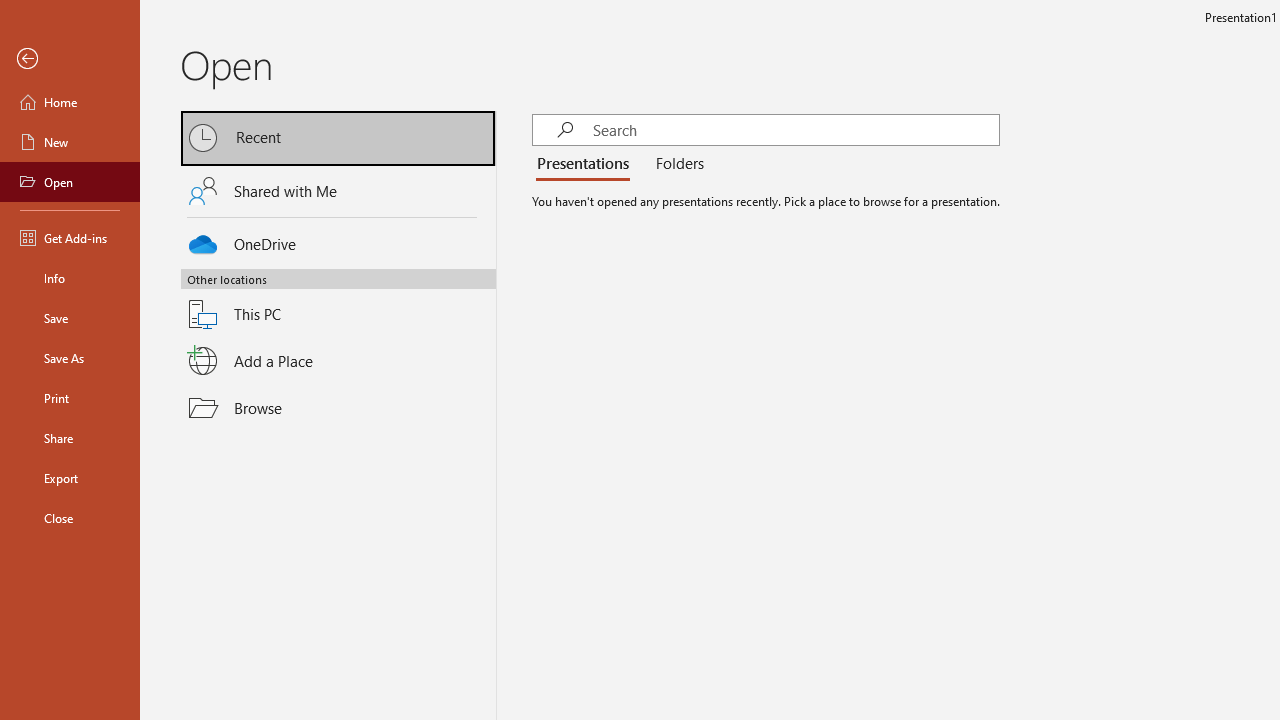 The height and width of the screenshot is (720, 1280). Describe the element at coordinates (69, 398) in the screenshot. I see `'Print'` at that location.